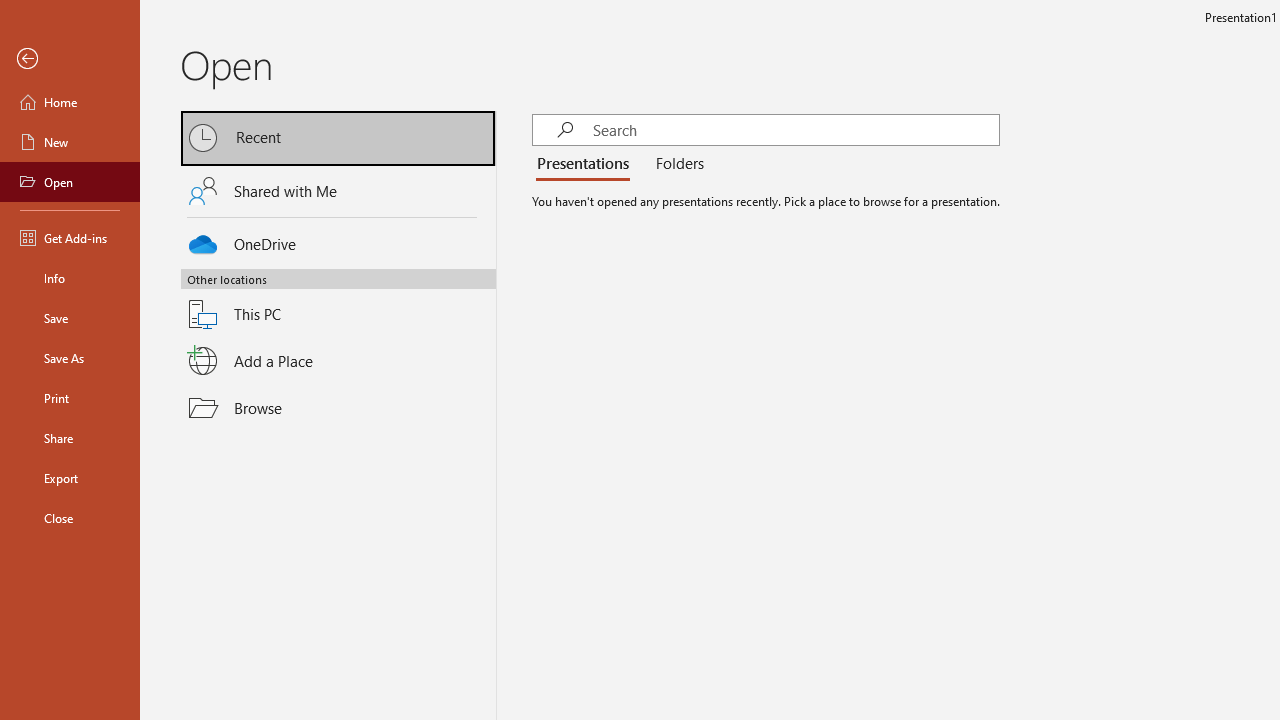 The height and width of the screenshot is (720, 1280). Describe the element at coordinates (69, 398) in the screenshot. I see `'Print'` at that location.